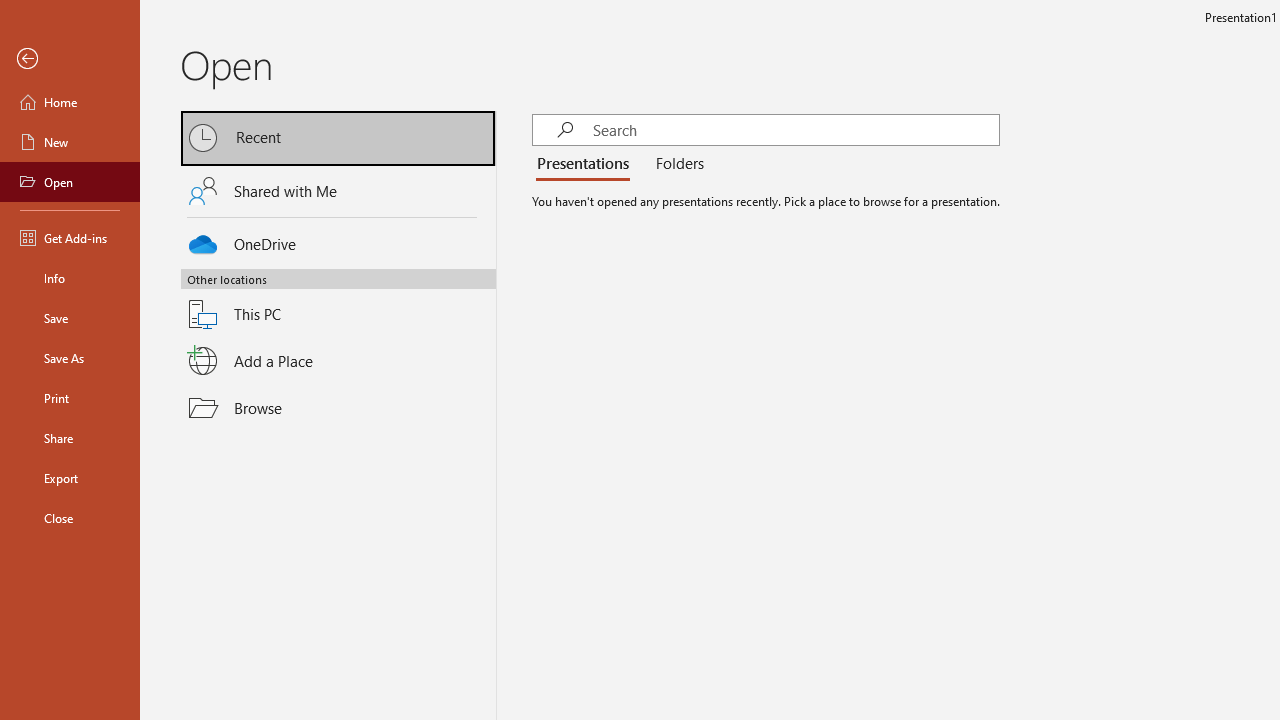 The height and width of the screenshot is (720, 1280). Describe the element at coordinates (69, 398) in the screenshot. I see `'Print'` at that location.